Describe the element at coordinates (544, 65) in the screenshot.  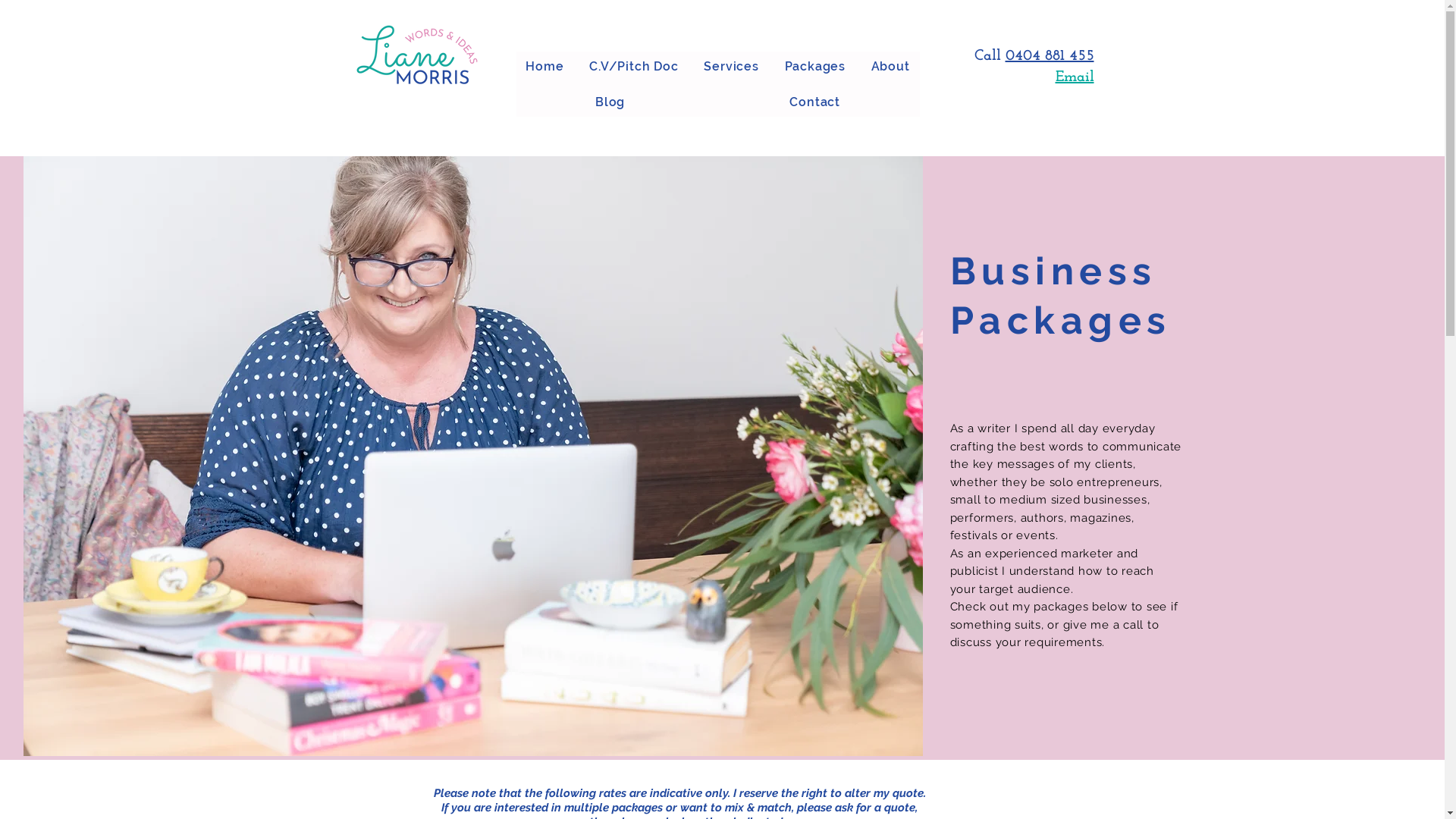
I see `'Home'` at that location.